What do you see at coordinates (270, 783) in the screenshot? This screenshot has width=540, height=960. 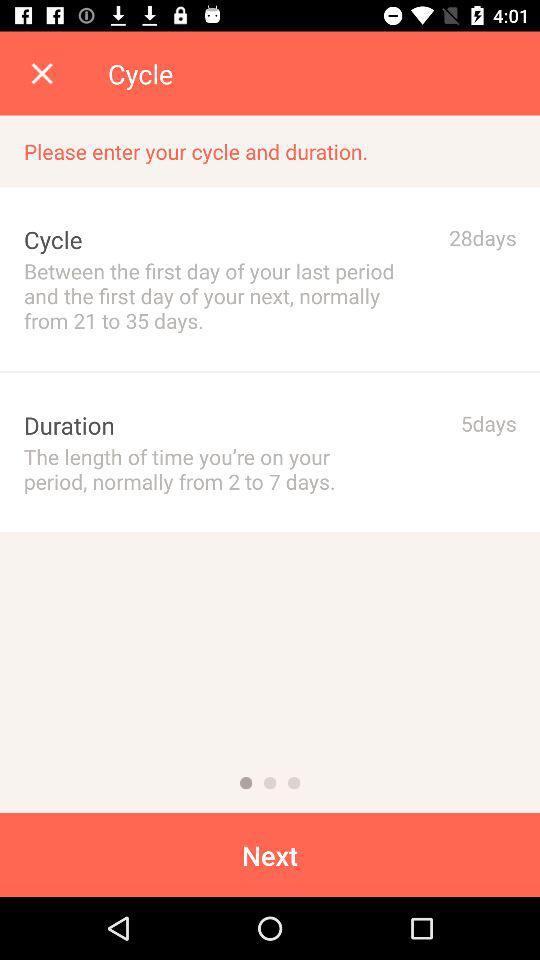 I see `2nd of 3 pages` at bounding box center [270, 783].